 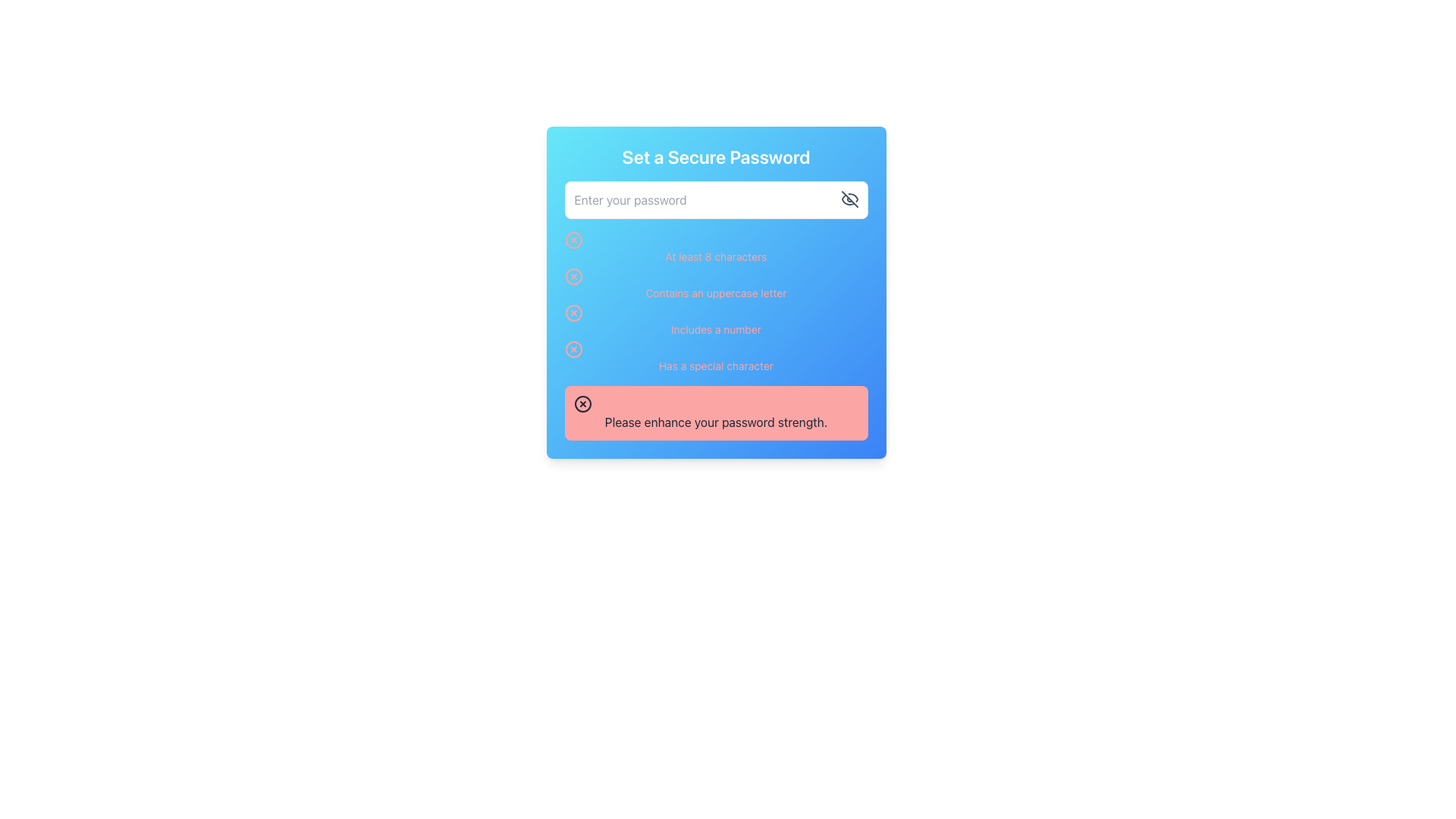 I want to click on the second item in the sequential checklist that informs the user about the requirement for an uppercase letter in a secure password, so click(x=715, y=292).